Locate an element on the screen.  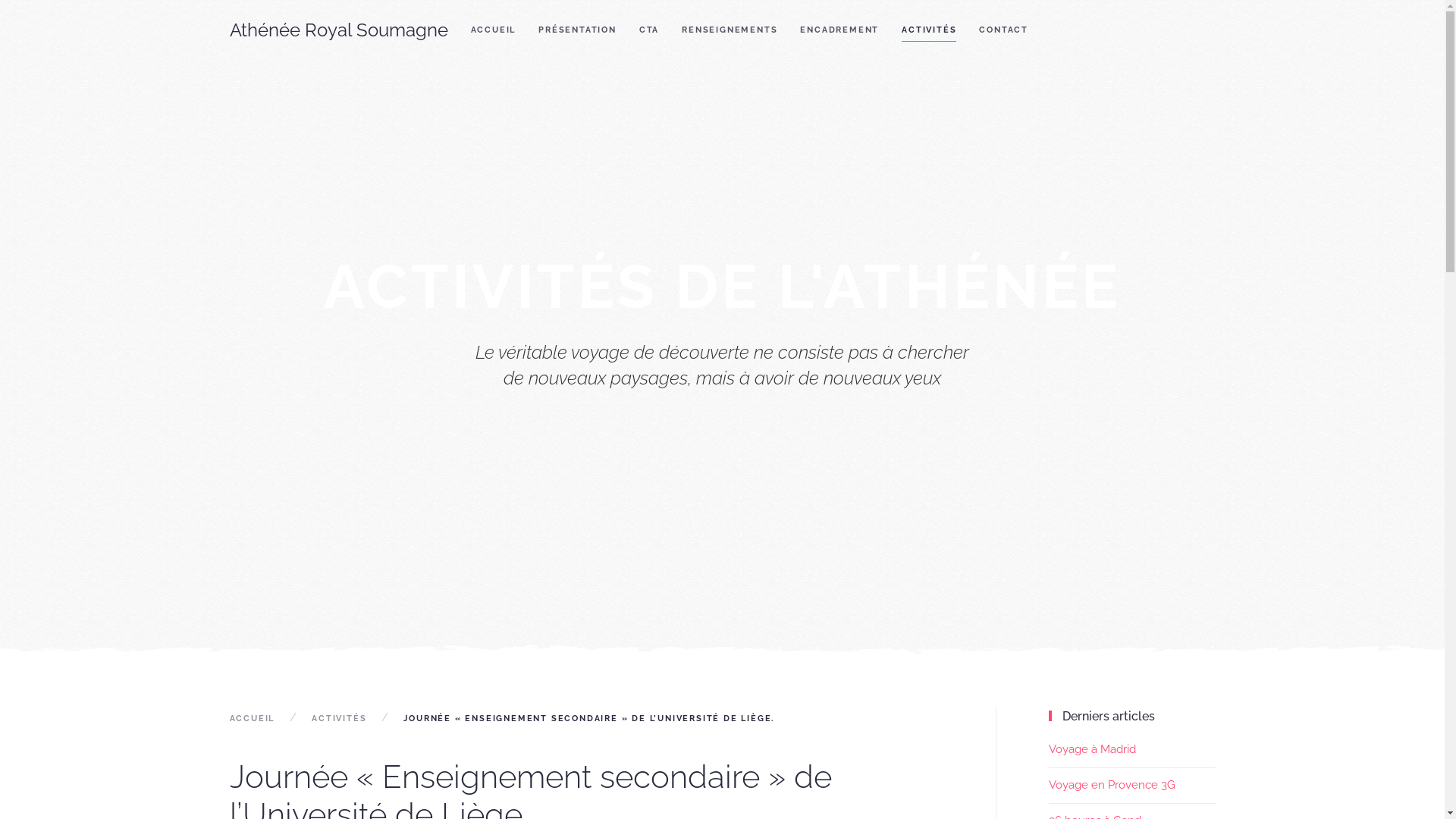
'ENCADREMENT' is located at coordinates (839, 30).